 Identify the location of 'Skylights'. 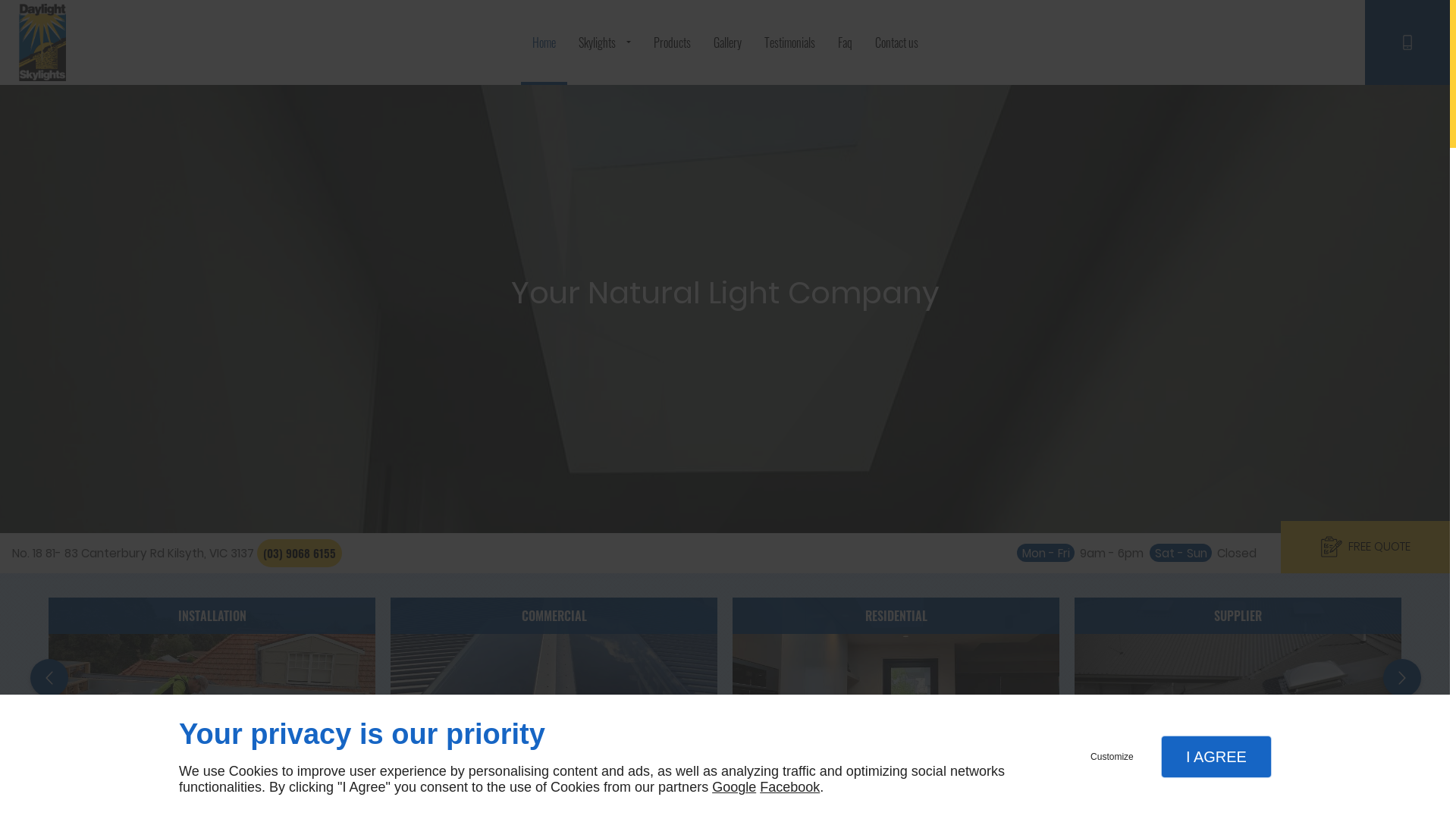
(566, 42).